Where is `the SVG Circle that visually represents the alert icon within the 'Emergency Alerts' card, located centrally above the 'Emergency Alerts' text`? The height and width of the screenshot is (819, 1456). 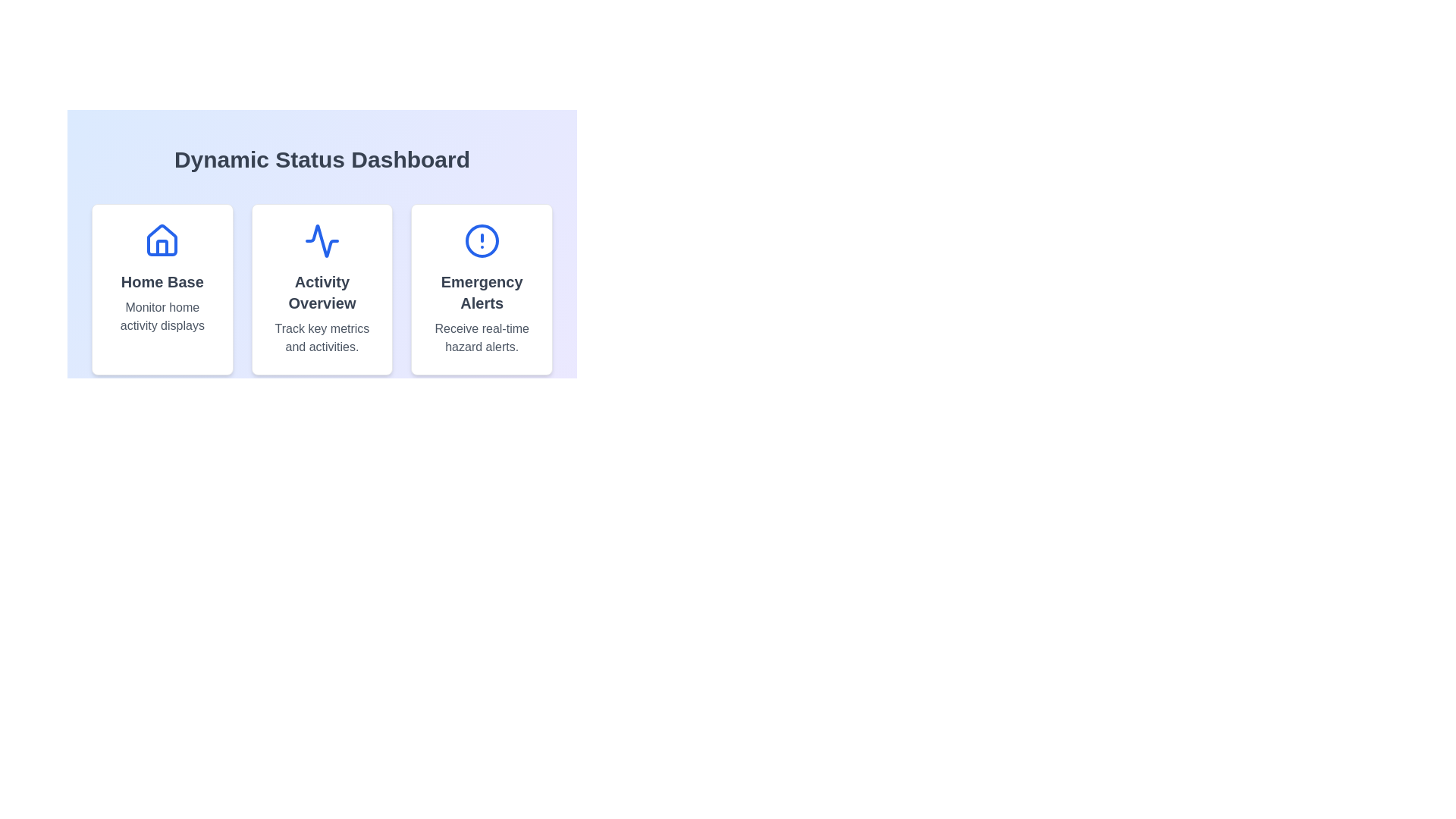 the SVG Circle that visually represents the alert icon within the 'Emergency Alerts' card, located centrally above the 'Emergency Alerts' text is located at coordinates (481, 240).